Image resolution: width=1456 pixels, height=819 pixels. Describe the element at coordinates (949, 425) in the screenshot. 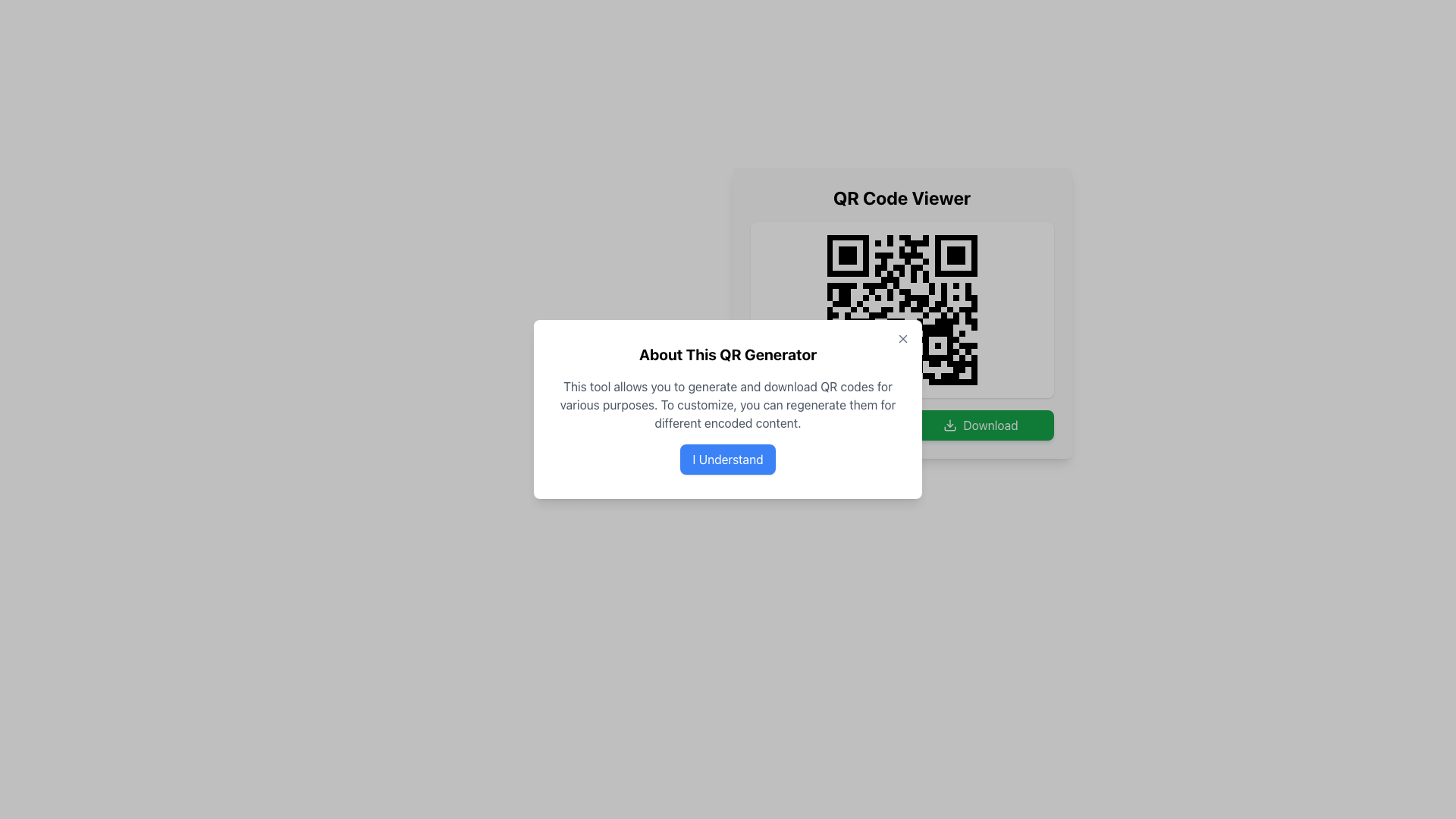

I see `the green button labeled 'Download' that contains a downward arrow icon, which is centrally positioned within the button` at that location.